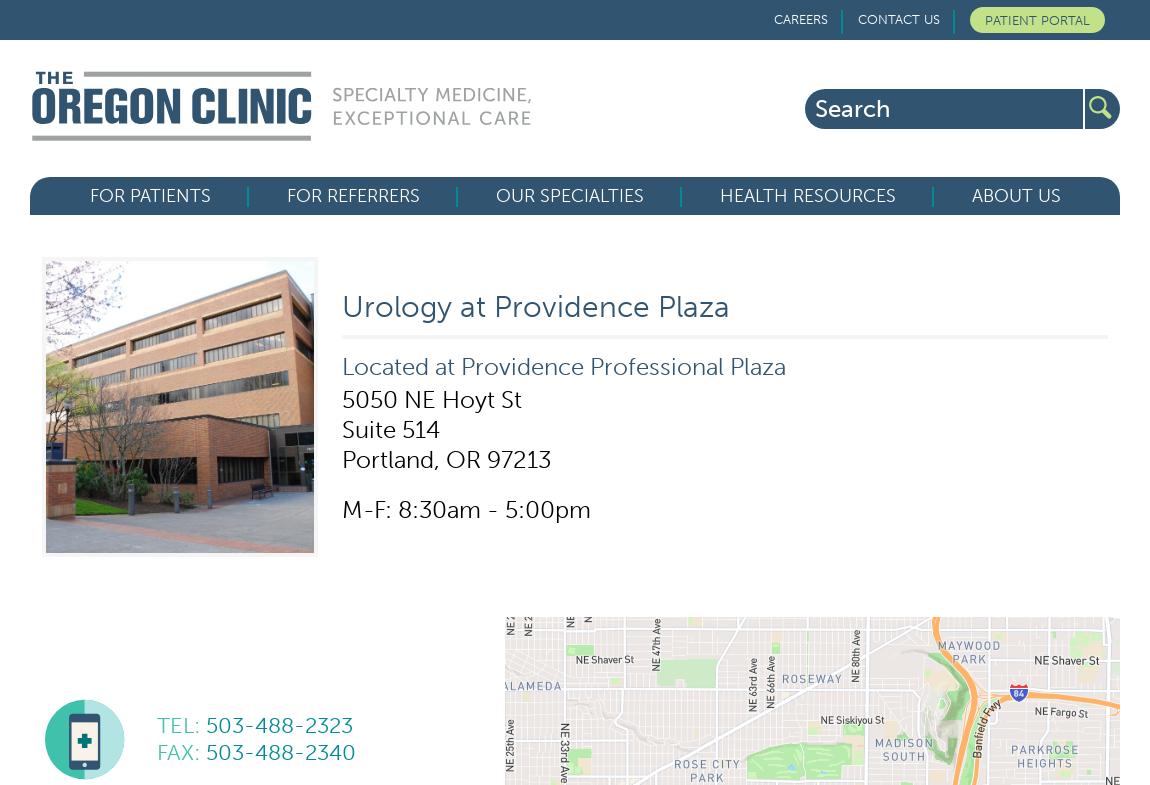  What do you see at coordinates (563, 365) in the screenshot?
I see `'Located at Providence Professional Plaza'` at bounding box center [563, 365].